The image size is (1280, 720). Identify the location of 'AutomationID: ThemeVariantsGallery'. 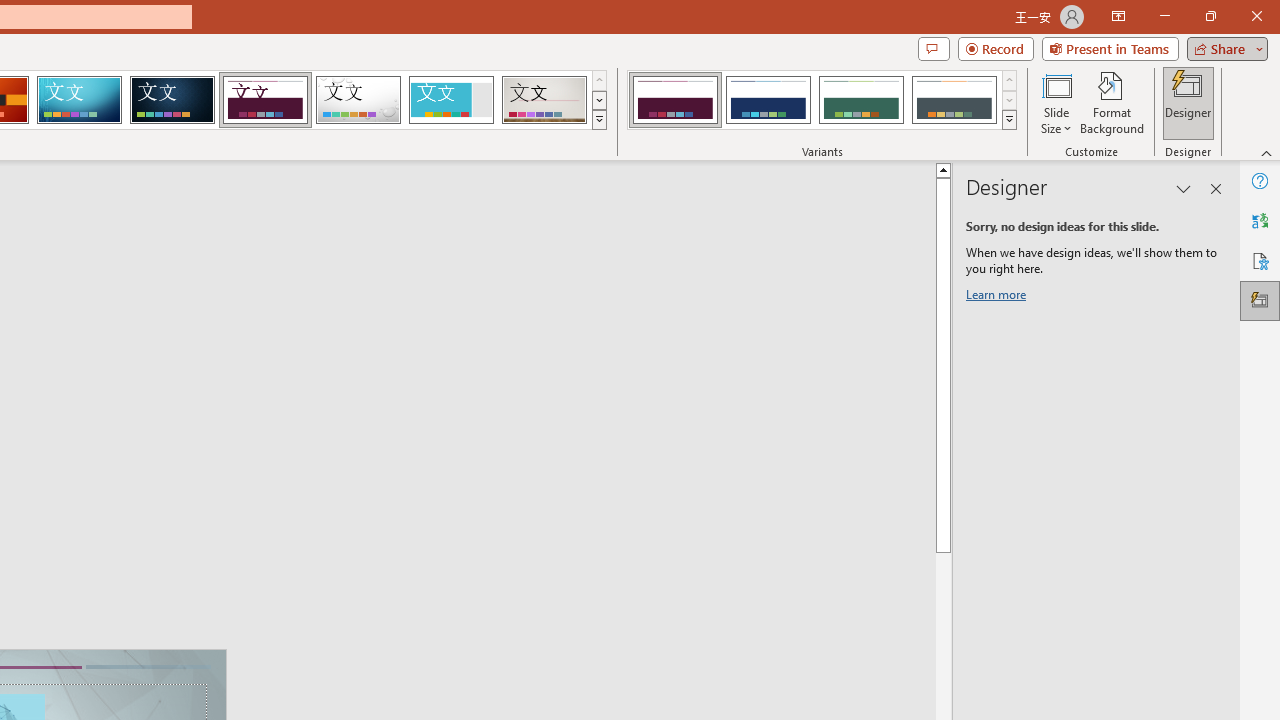
(823, 100).